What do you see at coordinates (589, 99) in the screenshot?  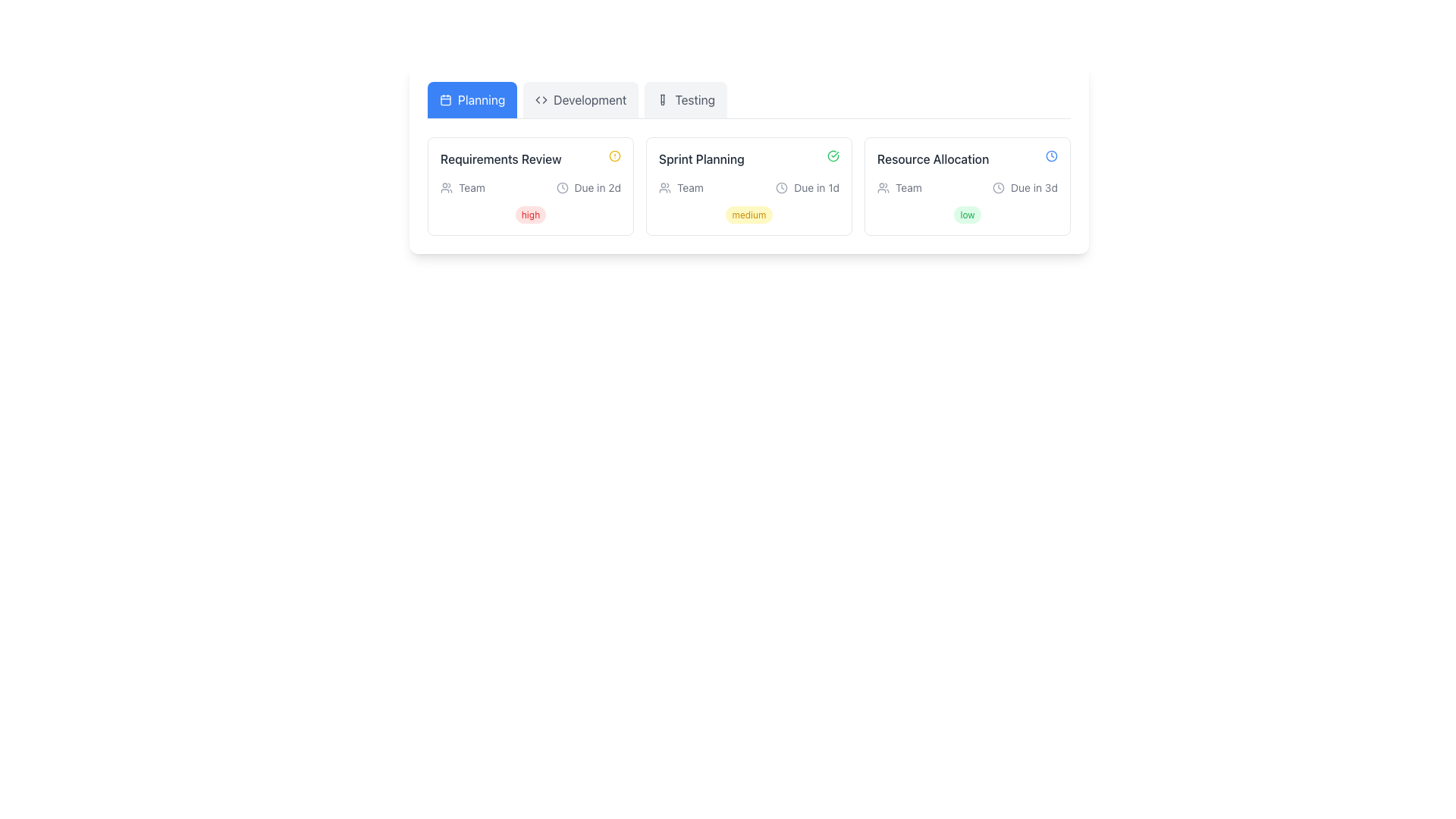 I see `the 'Development' text label in the navigation bar` at bounding box center [589, 99].